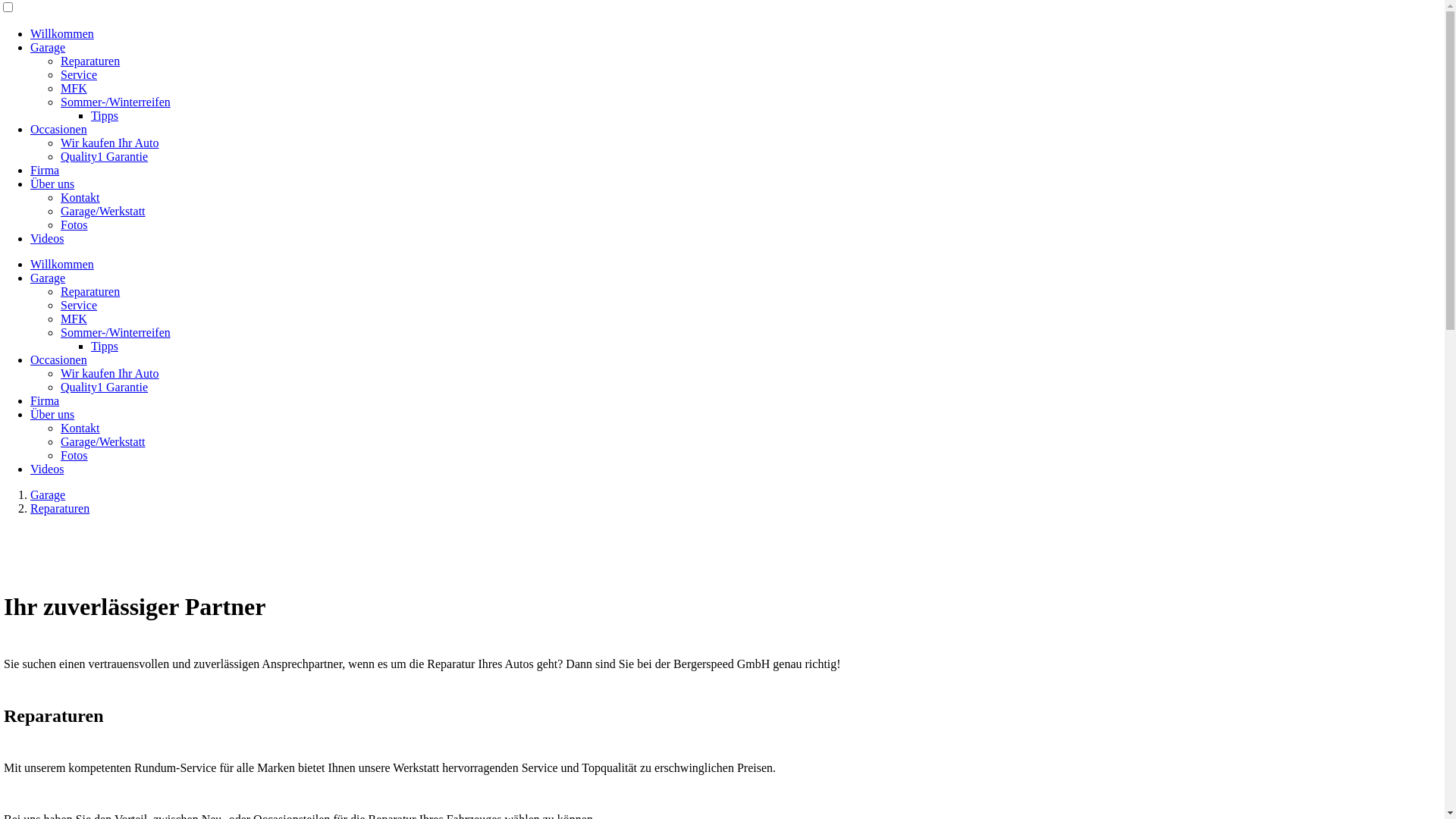  Describe the element at coordinates (47, 46) in the screenshot. I see `'Garage'` at that location.